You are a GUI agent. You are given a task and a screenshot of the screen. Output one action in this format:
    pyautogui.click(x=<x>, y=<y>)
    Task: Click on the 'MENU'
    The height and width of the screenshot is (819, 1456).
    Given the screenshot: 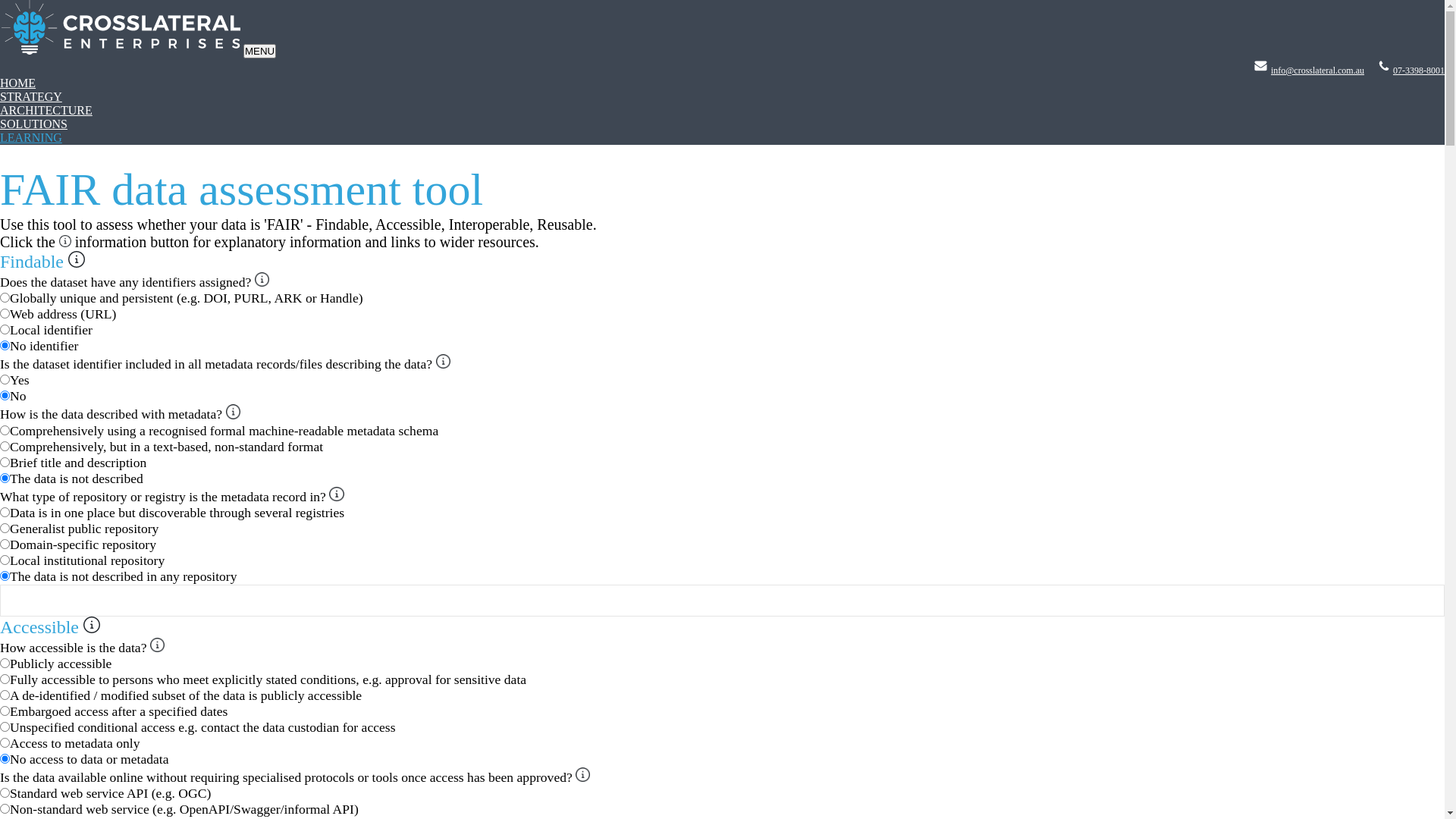 What is the action you would take?
    pyautogui.click(x=259, y=50)
    